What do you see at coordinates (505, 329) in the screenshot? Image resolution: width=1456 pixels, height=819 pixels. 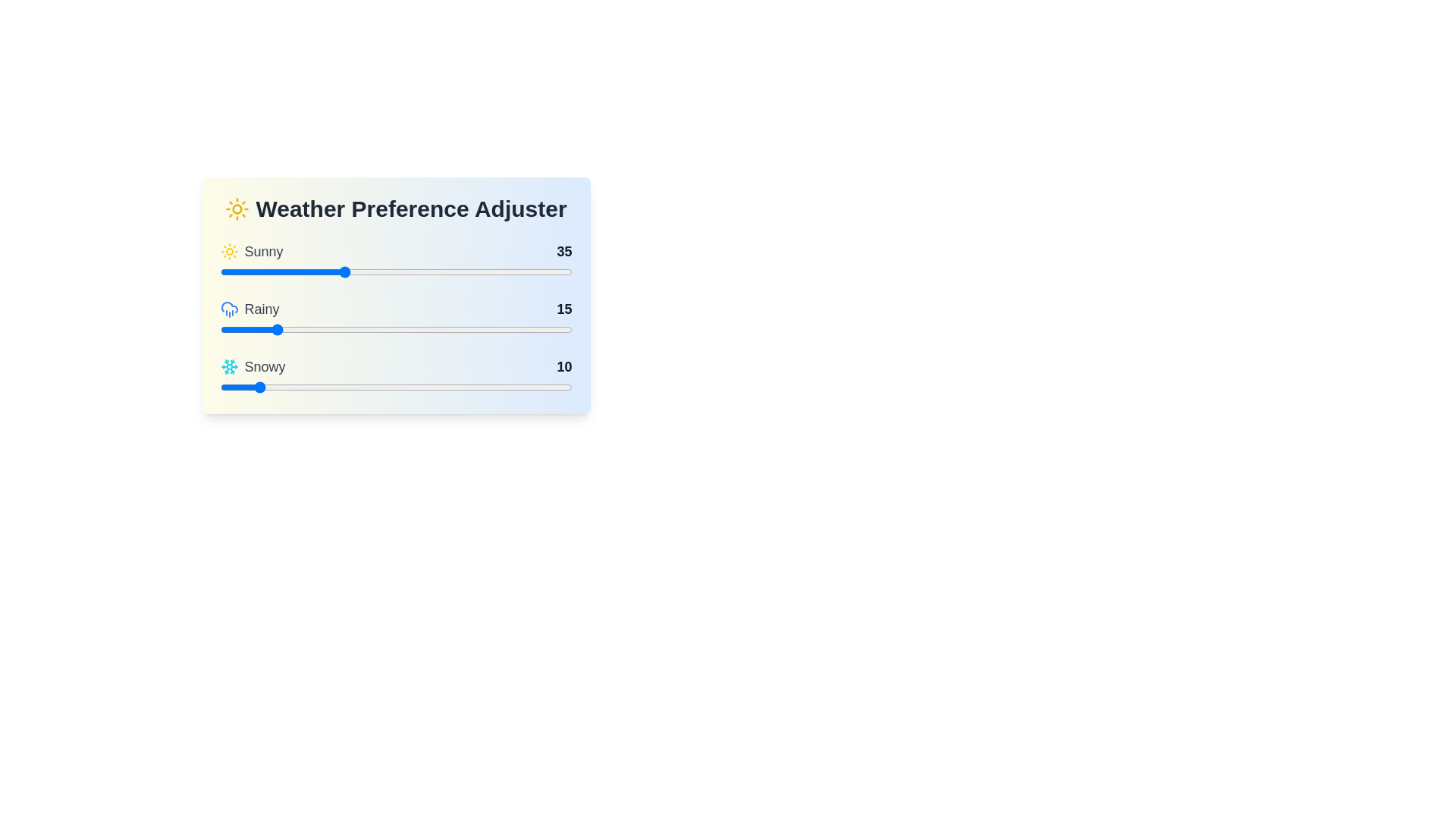 I see `the slider for 'Rainy' to set its value to 81` at bounding box center [505, 329].